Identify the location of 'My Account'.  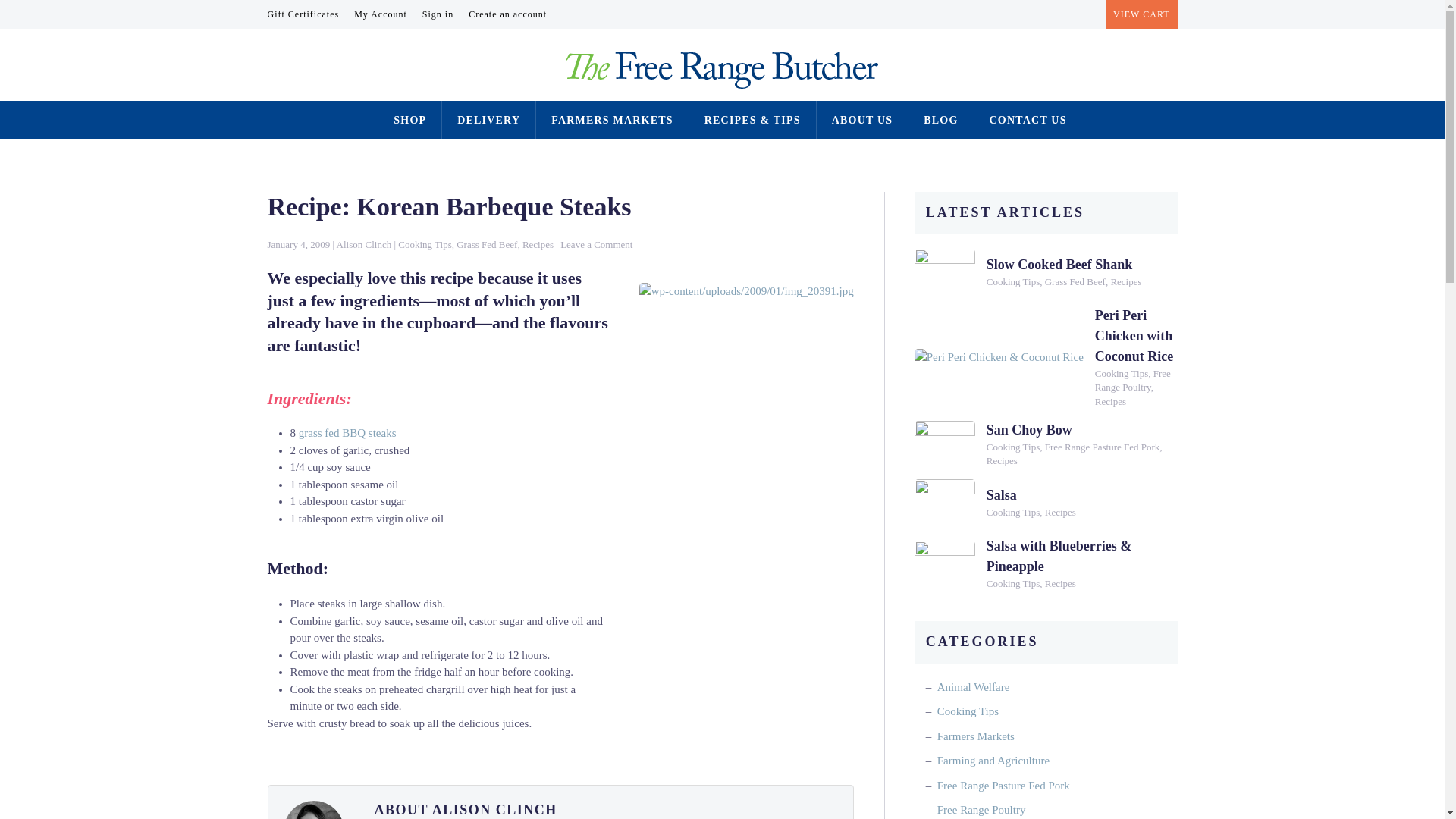
(381, 14).